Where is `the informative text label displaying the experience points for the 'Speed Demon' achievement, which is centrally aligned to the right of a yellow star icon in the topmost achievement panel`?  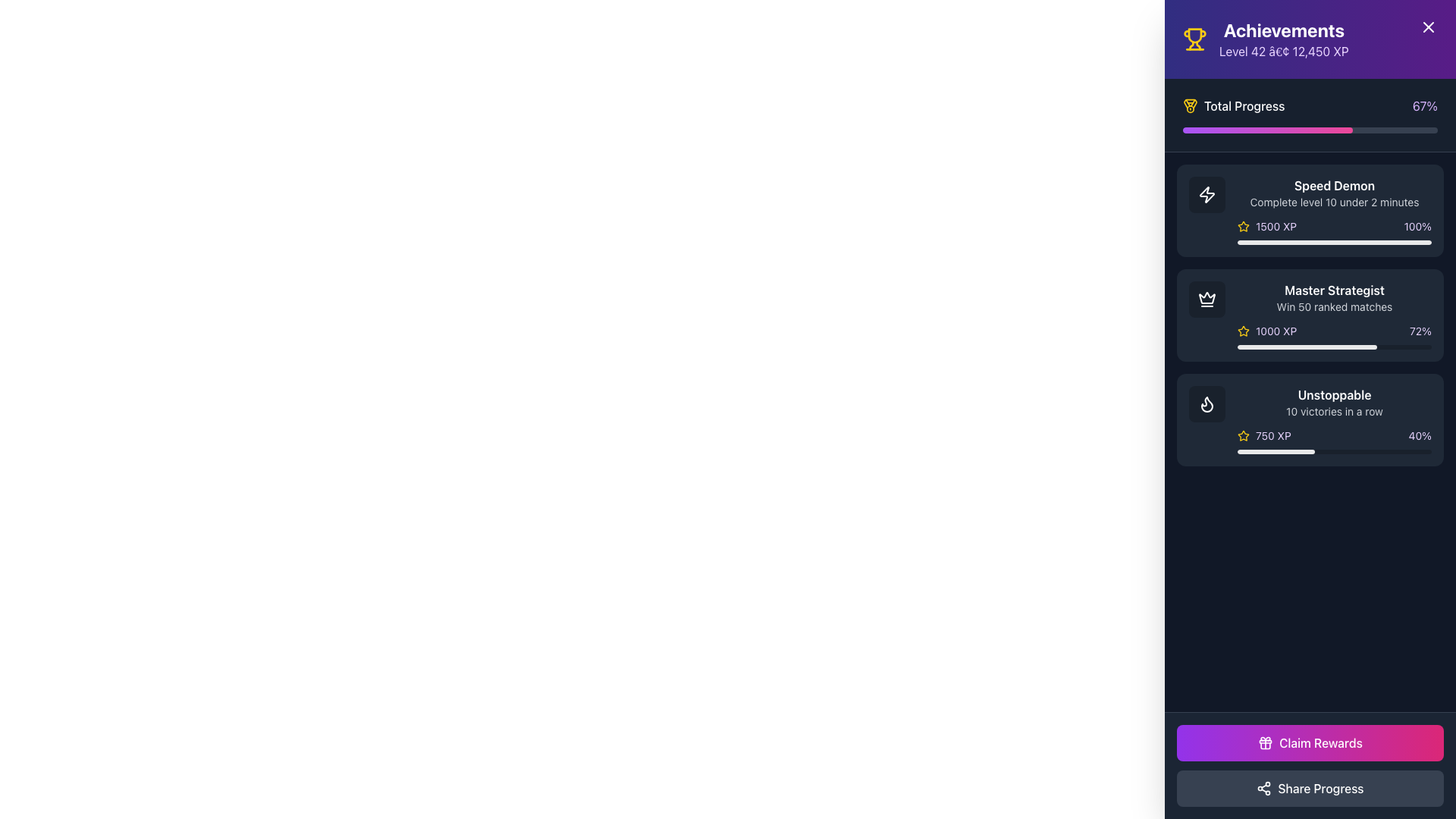
the informative text label displaying the experience points for the 'Speed Demon' achievement, which is centrally aligned to the right of a yellow star icon in the topmost achievement panel is located at coordinates (1276, 227).